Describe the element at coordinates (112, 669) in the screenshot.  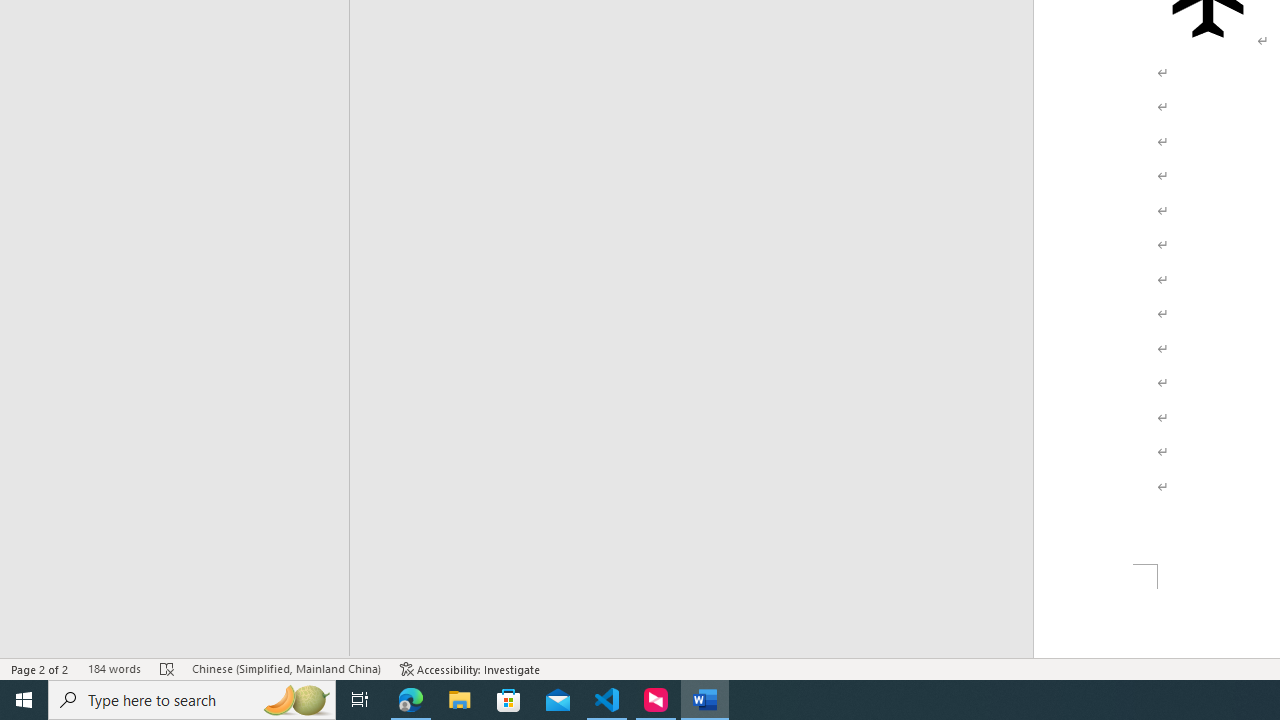
I see `'Word Count 184 words'` at that location.